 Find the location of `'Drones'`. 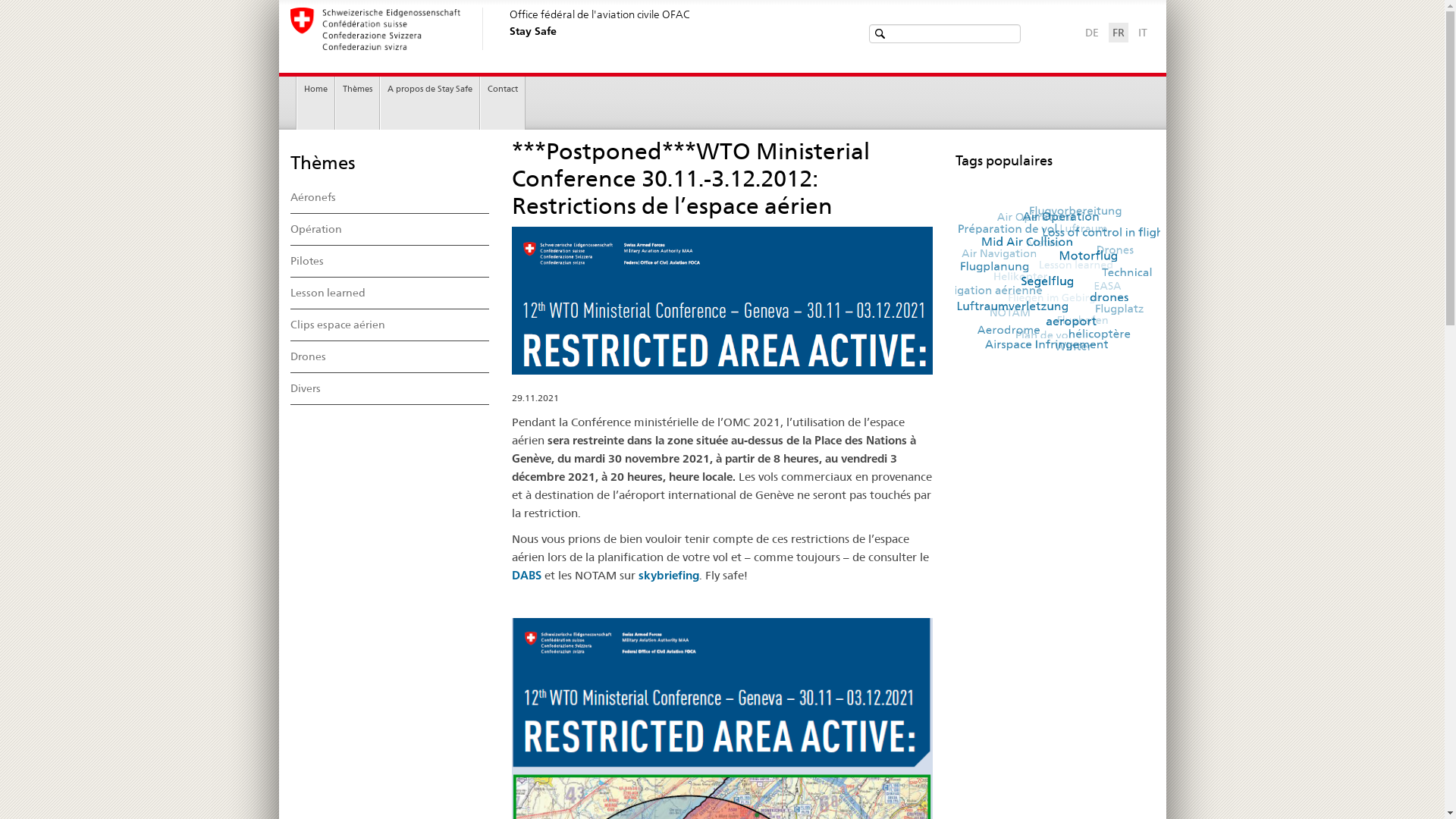

'Drones' is located at coordinates (389, 356).